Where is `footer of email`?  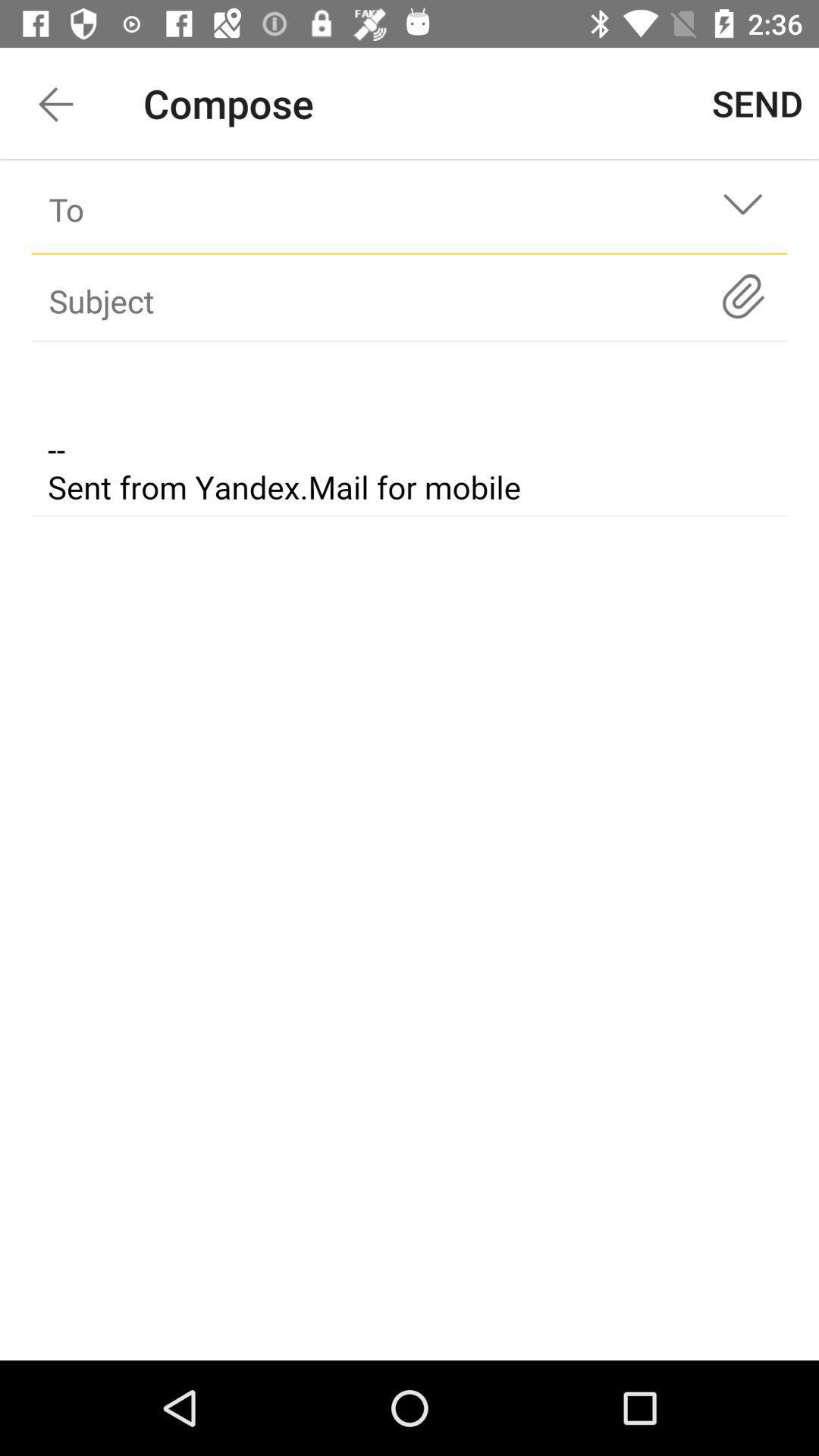 footer of email is located at coordinates (409, 431).